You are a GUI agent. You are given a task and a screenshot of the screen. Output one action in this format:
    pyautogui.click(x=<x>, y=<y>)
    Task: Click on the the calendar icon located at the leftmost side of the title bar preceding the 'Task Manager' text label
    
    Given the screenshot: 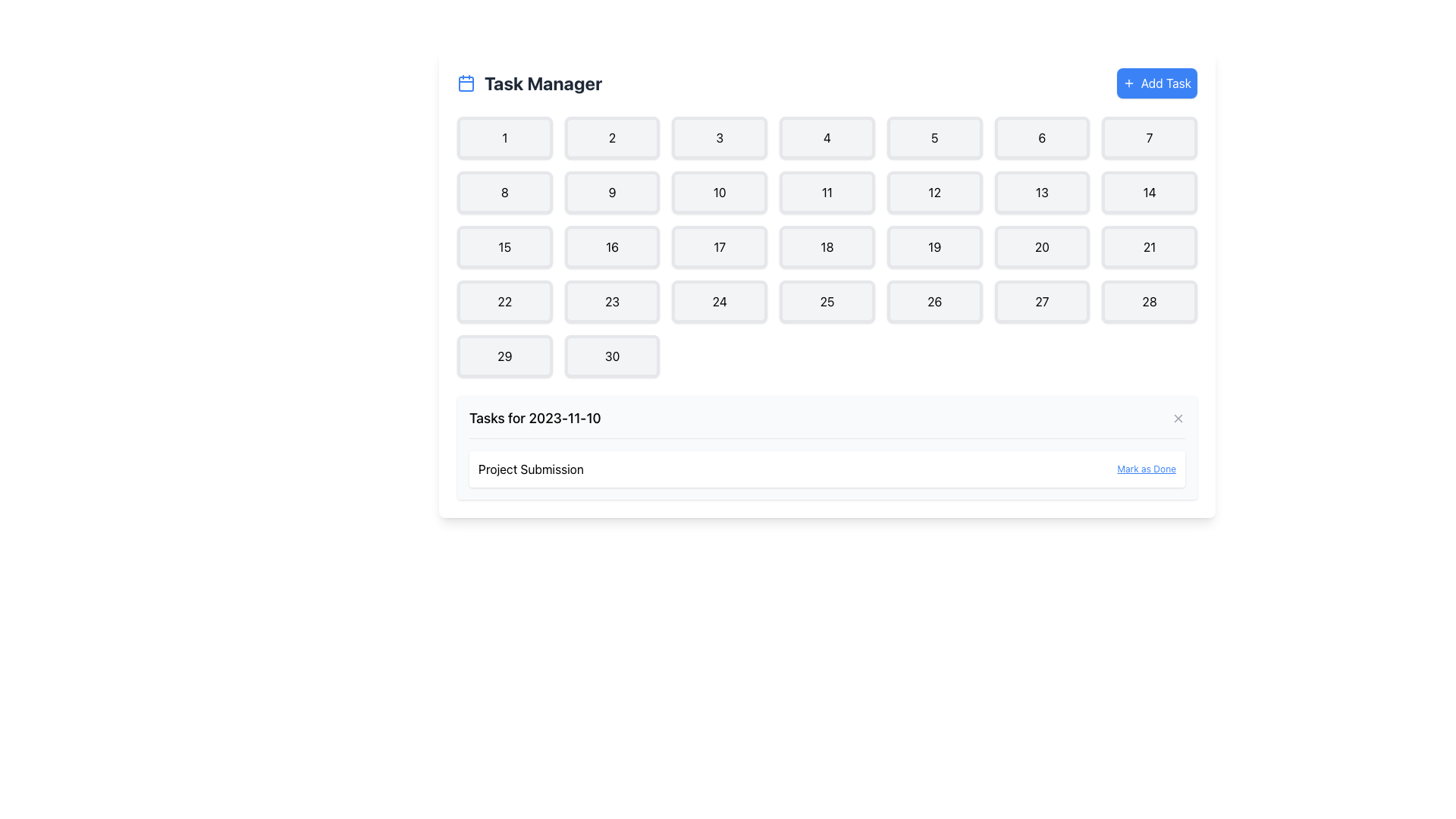 What is the action you would take?
    pyautogui.click(x=465, y=83)
    